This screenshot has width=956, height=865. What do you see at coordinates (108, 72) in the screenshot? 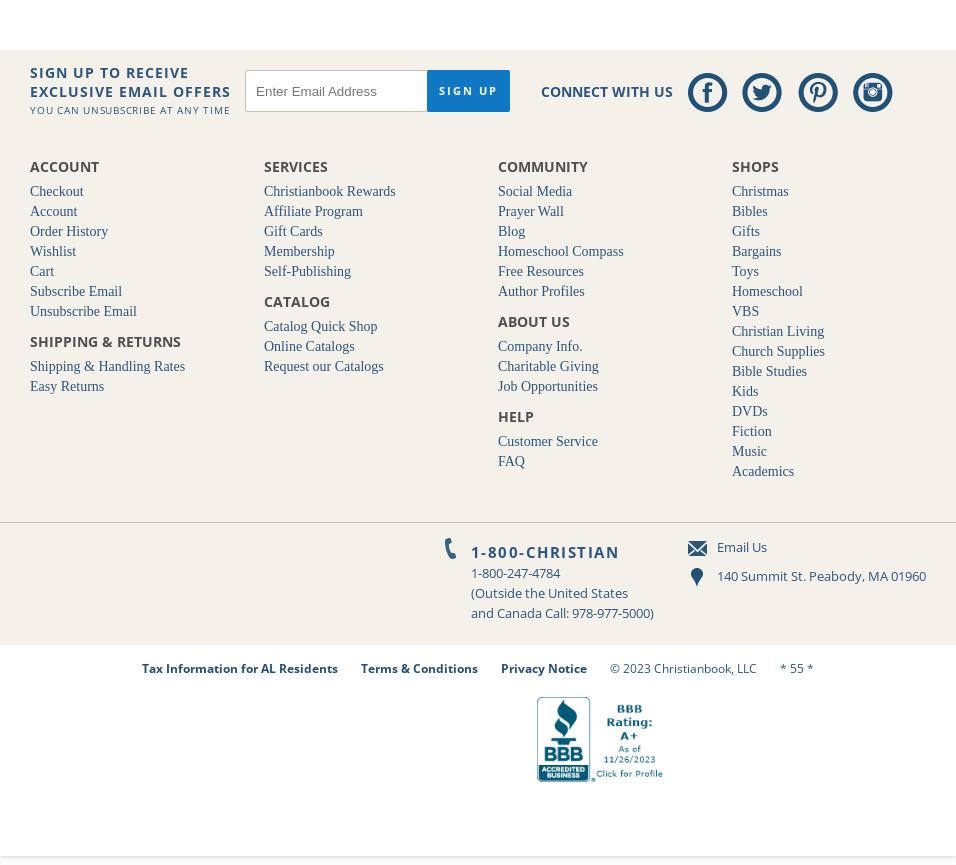
I see `'Sign Up To Receive'` at bounding box center [108, 72].